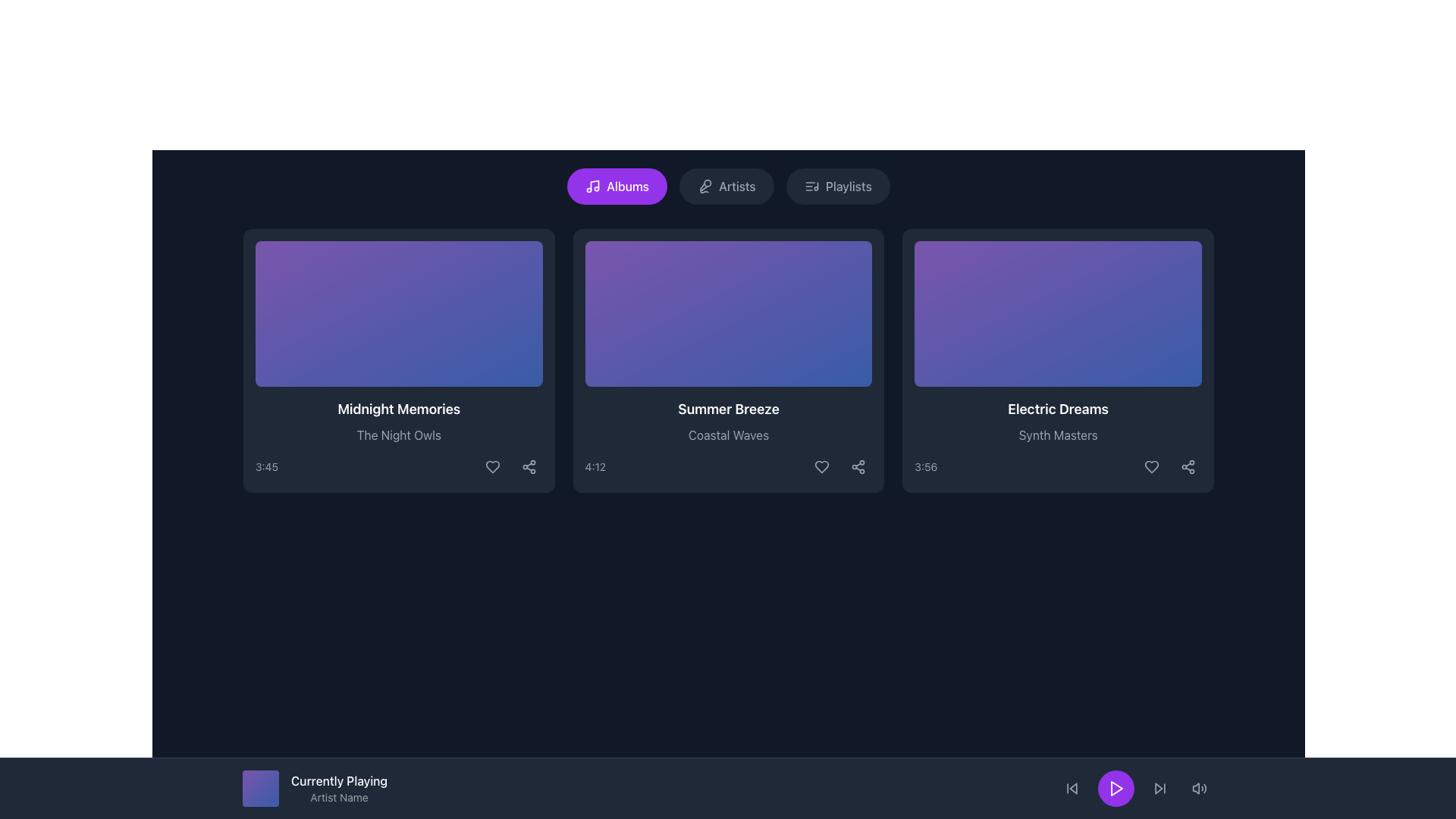 The width and height of the screenshot is (1456, 819). I want to click on the 'Playlists' button, which visually represents the 'Playlists' section of the application, located on the top navigation bar next to 'Albums' and 'Artists', so click(811, 186).